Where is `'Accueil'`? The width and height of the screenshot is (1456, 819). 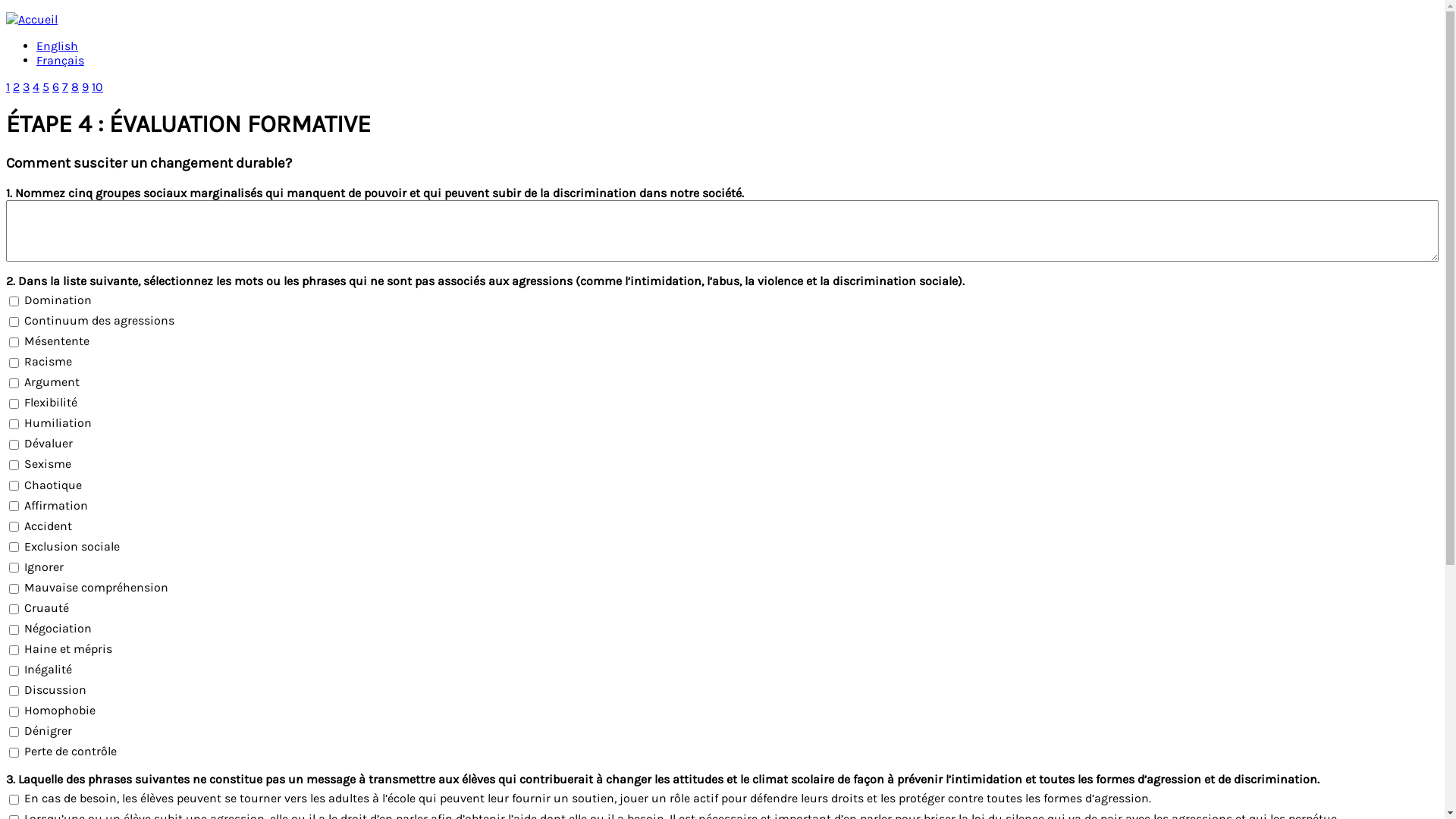
'Accueil' is located at coordinates (32, 19).